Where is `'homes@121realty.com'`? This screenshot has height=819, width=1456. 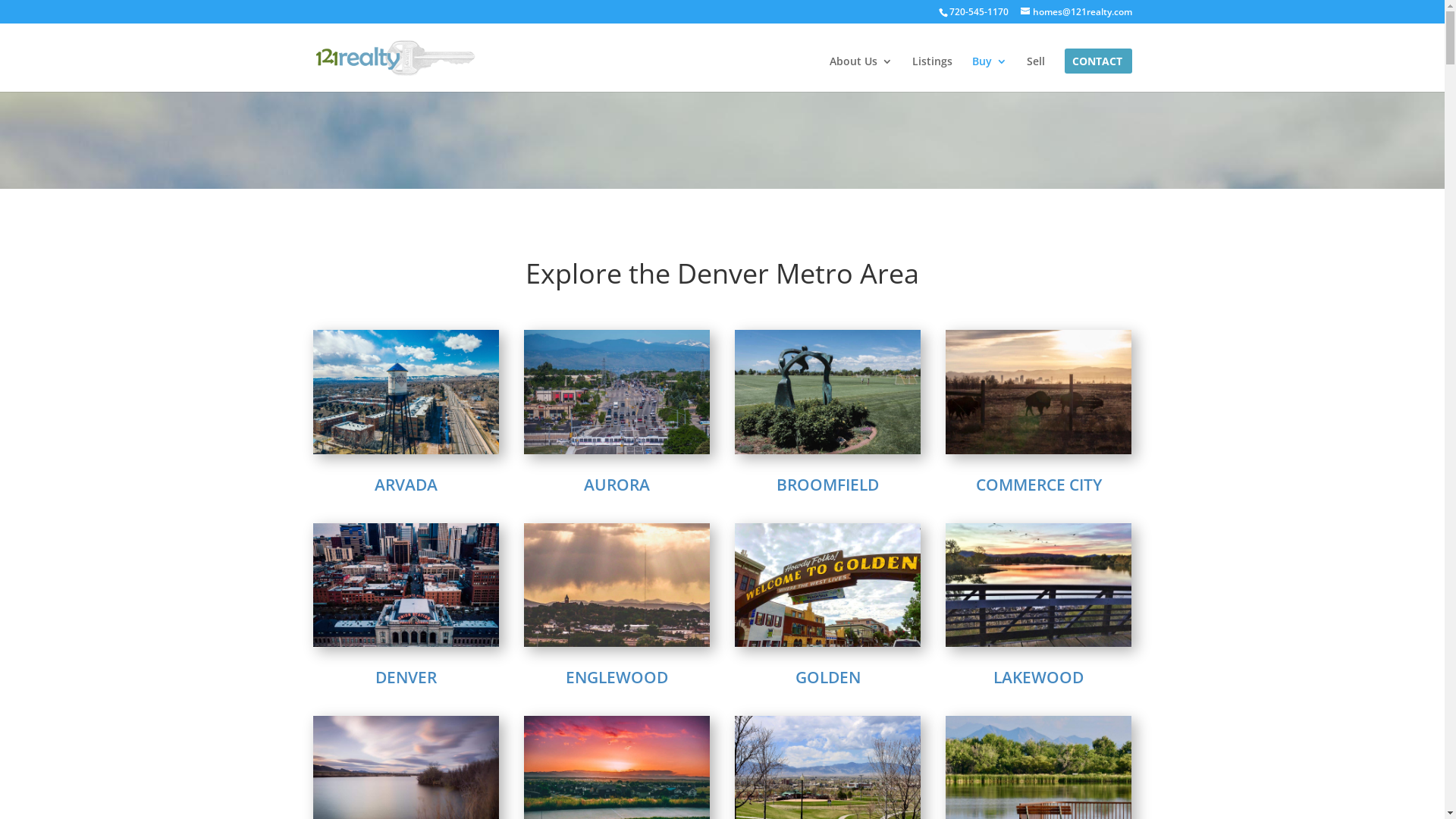
'homes@121realty.com' is located at coordinates (1075, 11).